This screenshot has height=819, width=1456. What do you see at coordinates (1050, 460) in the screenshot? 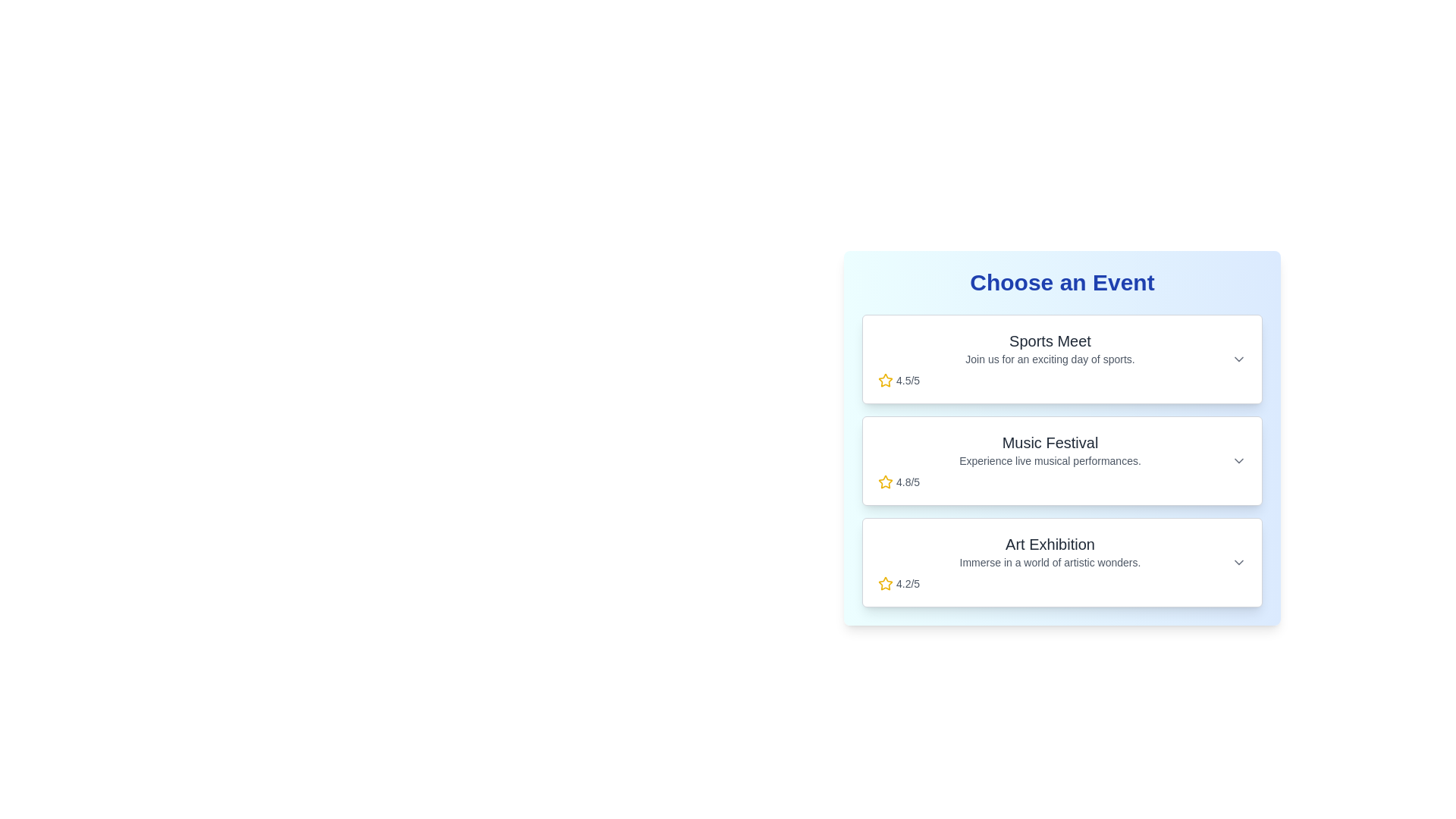
I see `the Text Label that describes the event 'Music Festival', which is located centrally below the header and above the rating component` at bounding box center [1050, 460].